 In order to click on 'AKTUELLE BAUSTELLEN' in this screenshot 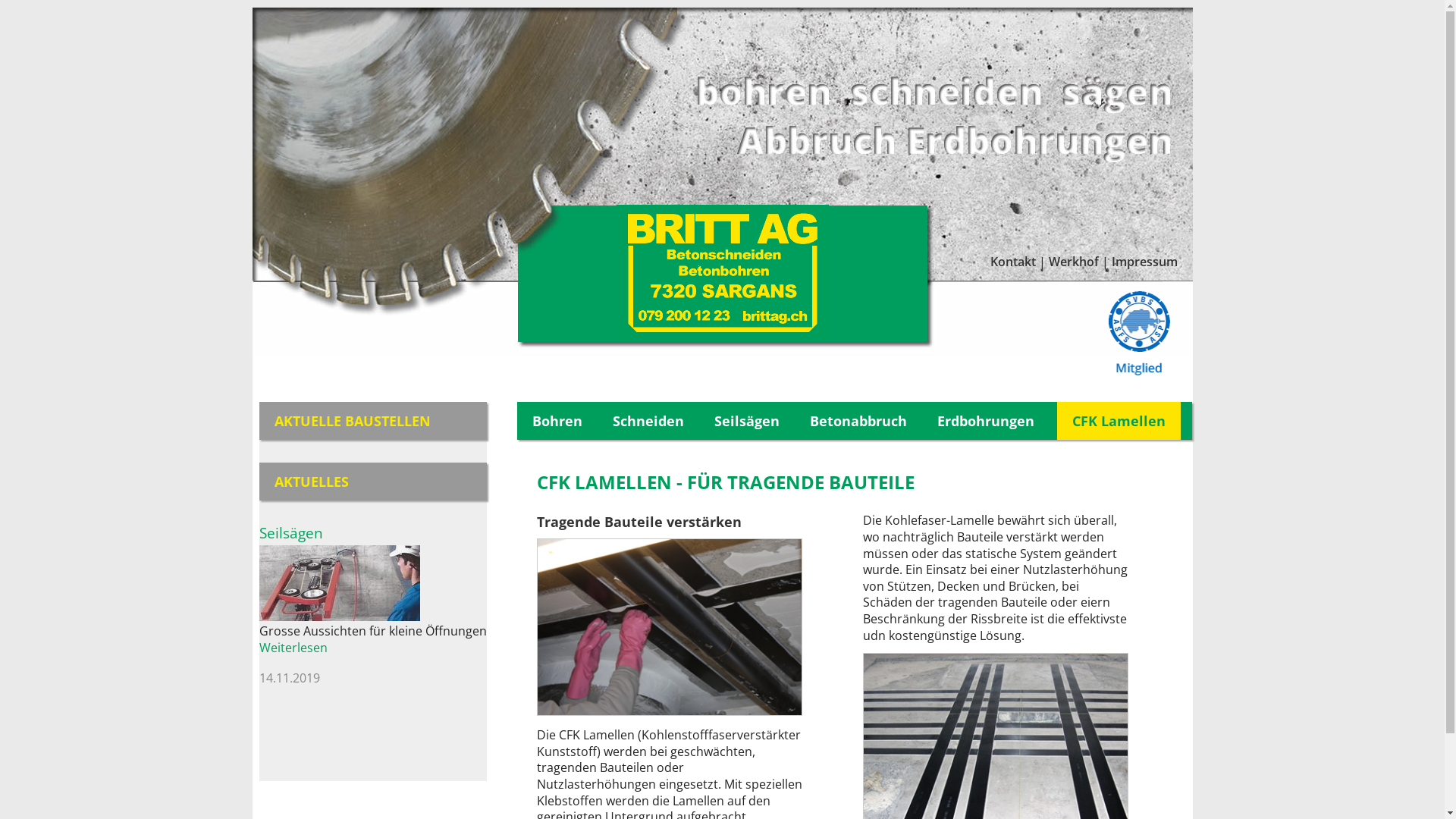, I will do `click(352, 421)`.